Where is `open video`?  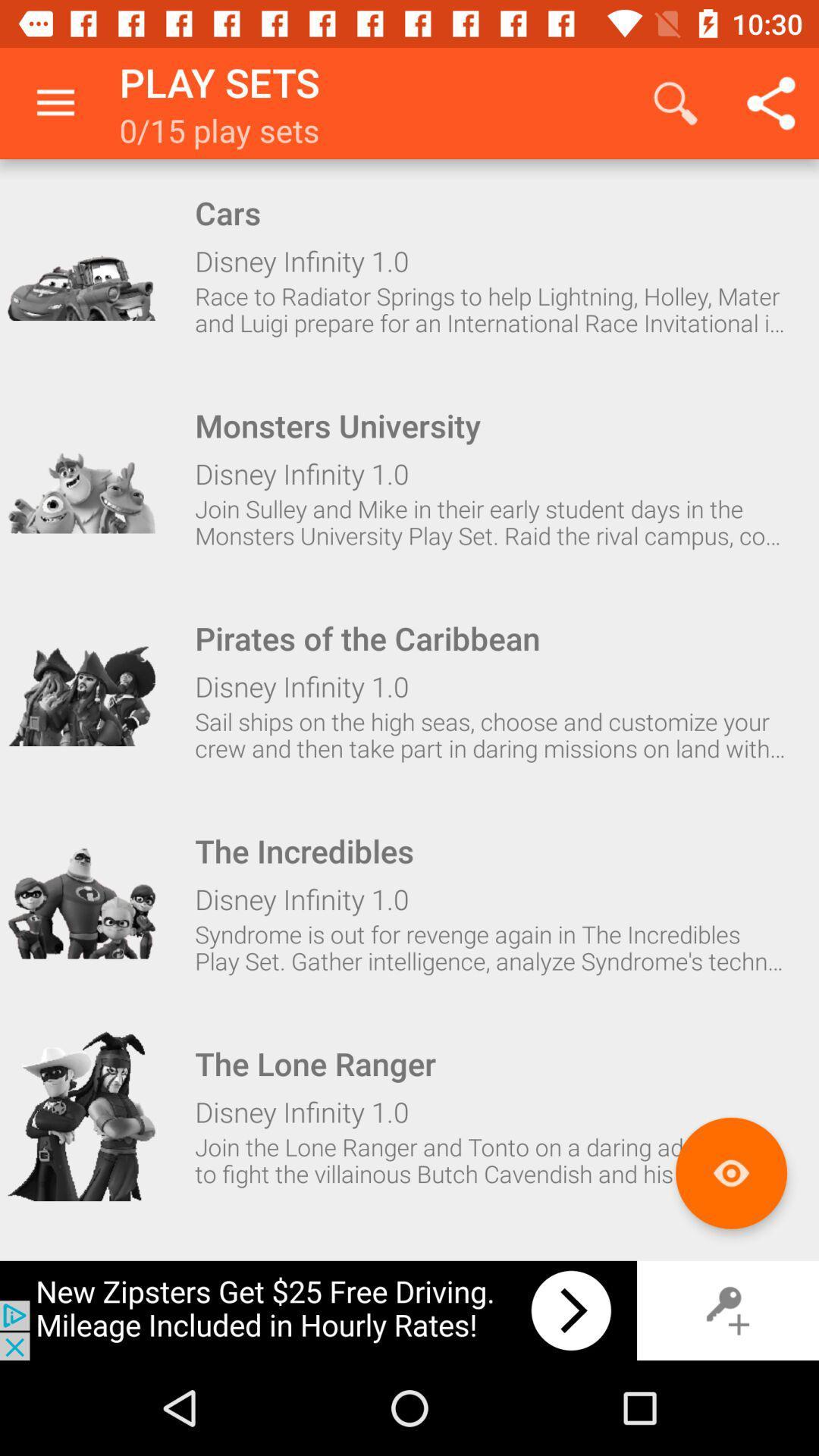
open video is located at coordinates (81, 1116).